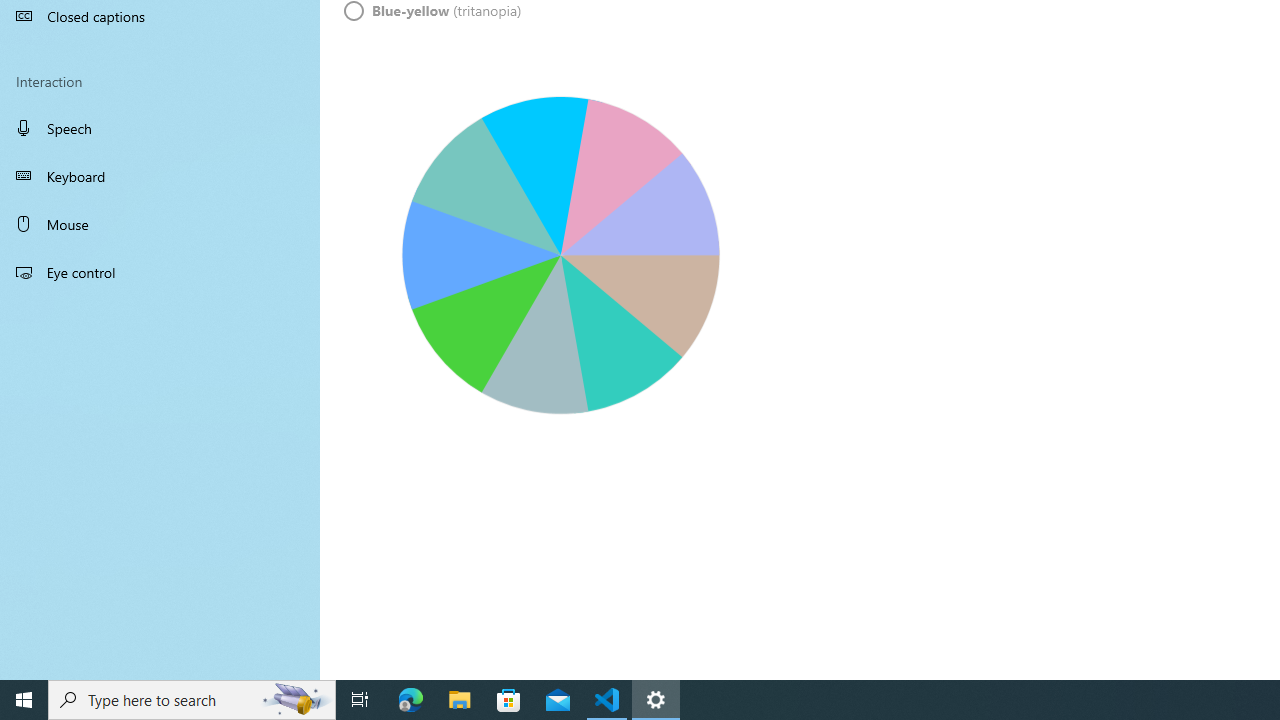 This screenshot has height=720, width=1280. What do you see at coordinates (160, 175) in the screenshot?
I see `'Keyboard'` at bounding box center [160, 175].